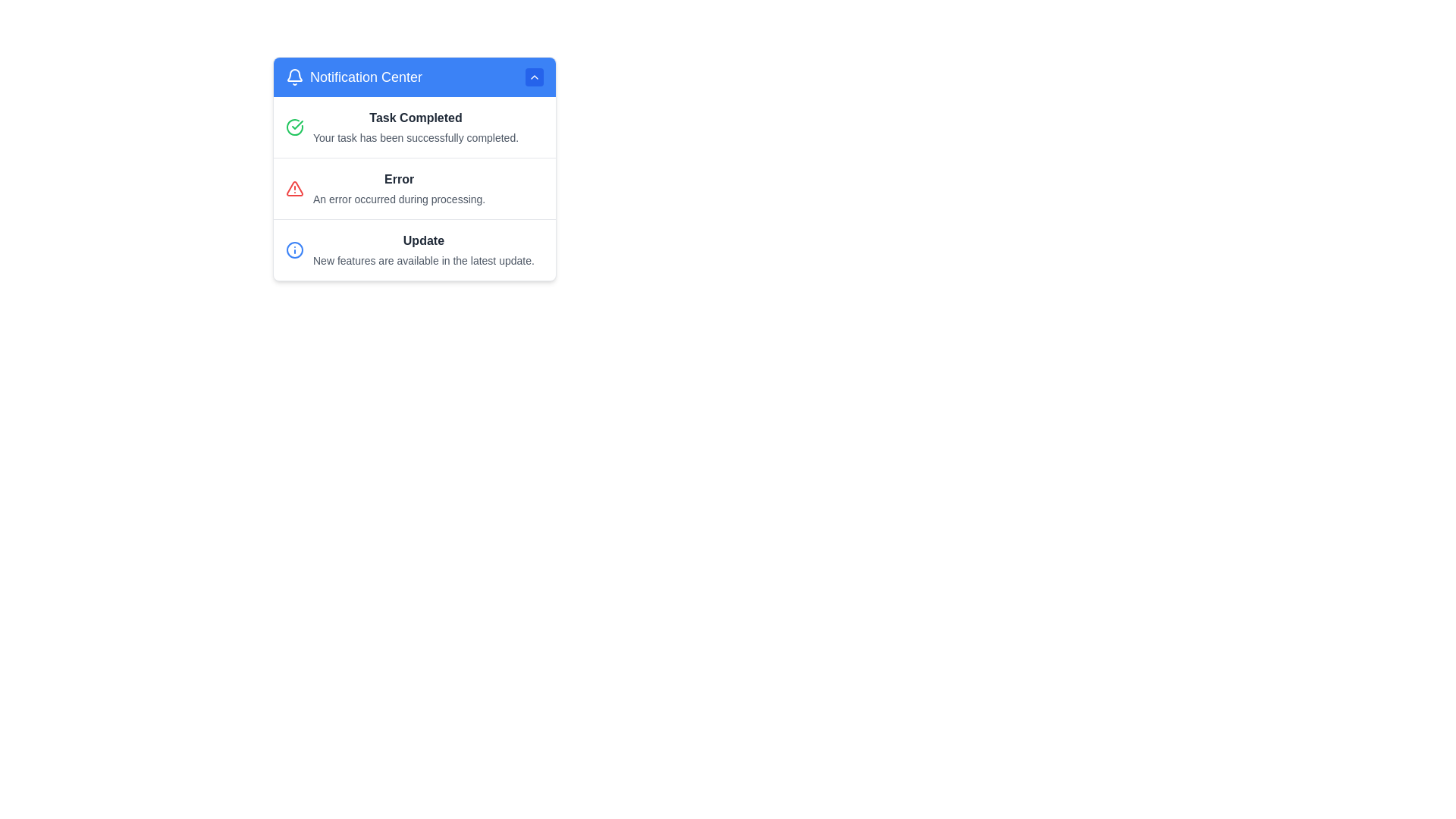  I want to click on the bold, dark gray text displaying 'Task Completed' located in the header section of the notification box, so click(416, 117).